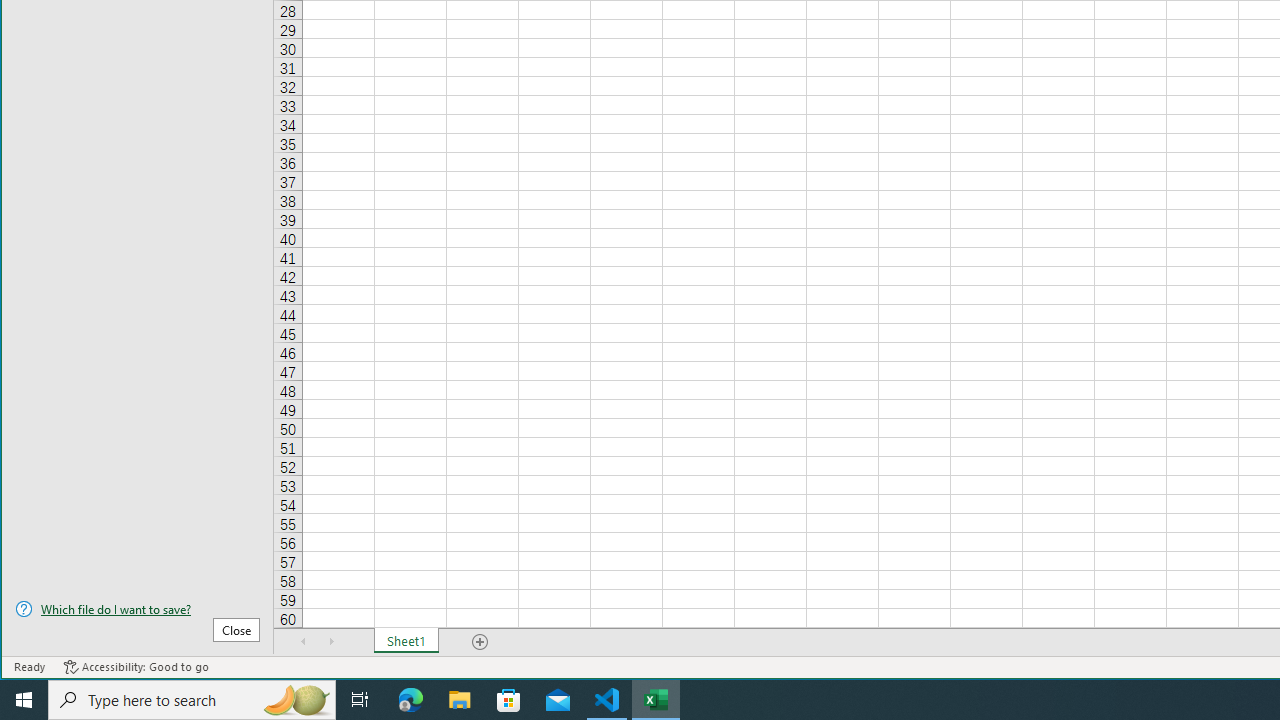 This screenshot has height=720, width=1280. Describe the element at coordinates (606, 698) in the screenshot. I see `'Visual Studio Code - 1 running window'` at that location.